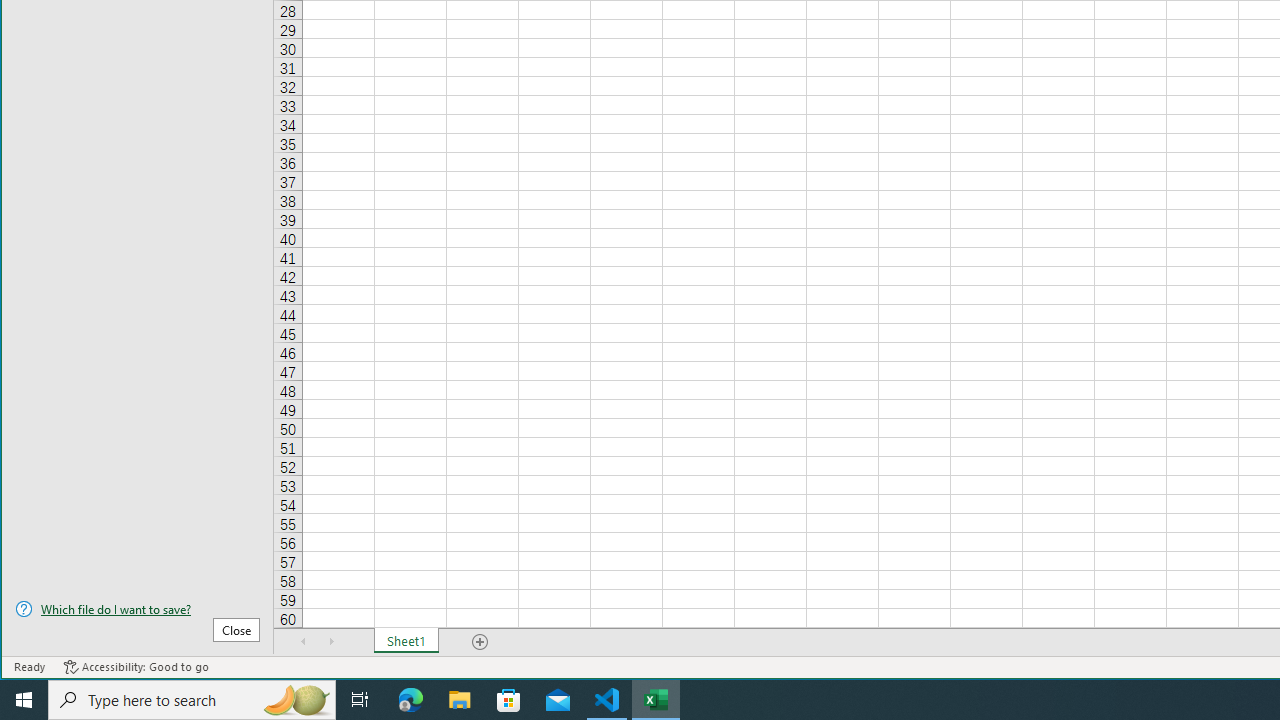 This screenshot has height=720, width=1280. Describe the element at coordinates (606, 698) in the screenshot. I see `'Visual Studio Code - 1 running window'` at that location.